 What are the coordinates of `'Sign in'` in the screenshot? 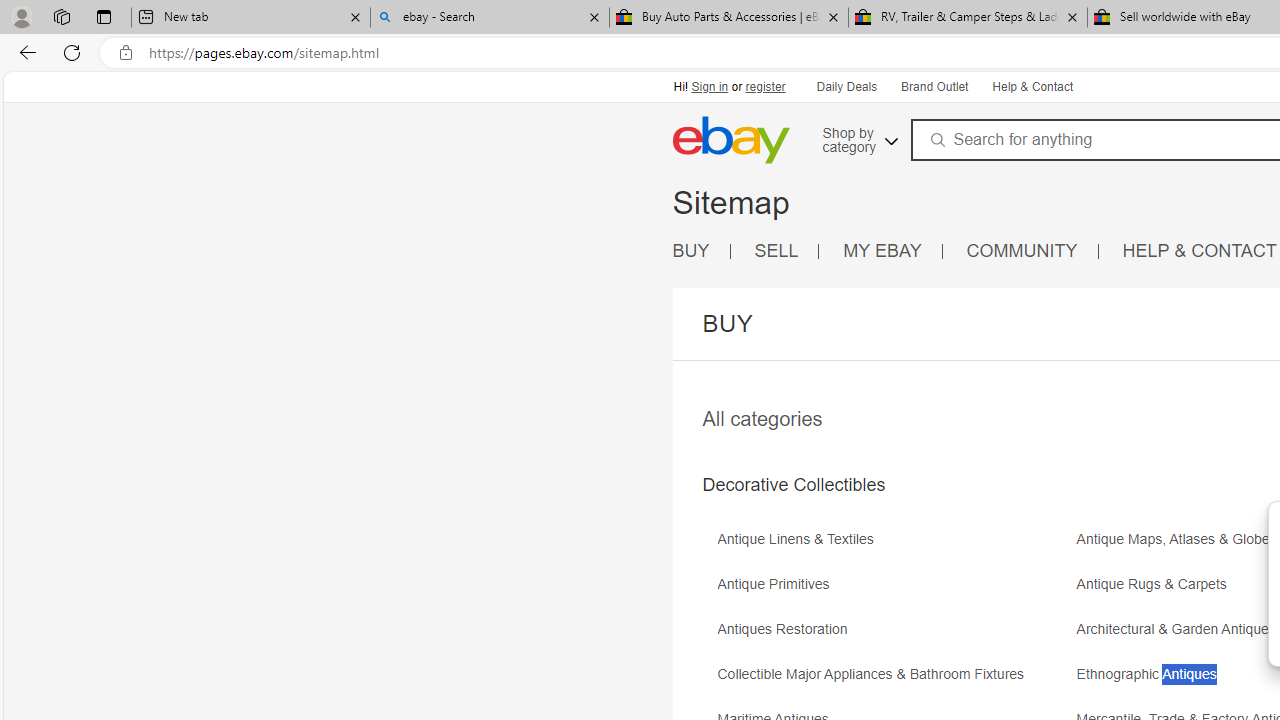 It's located at (710, 86).